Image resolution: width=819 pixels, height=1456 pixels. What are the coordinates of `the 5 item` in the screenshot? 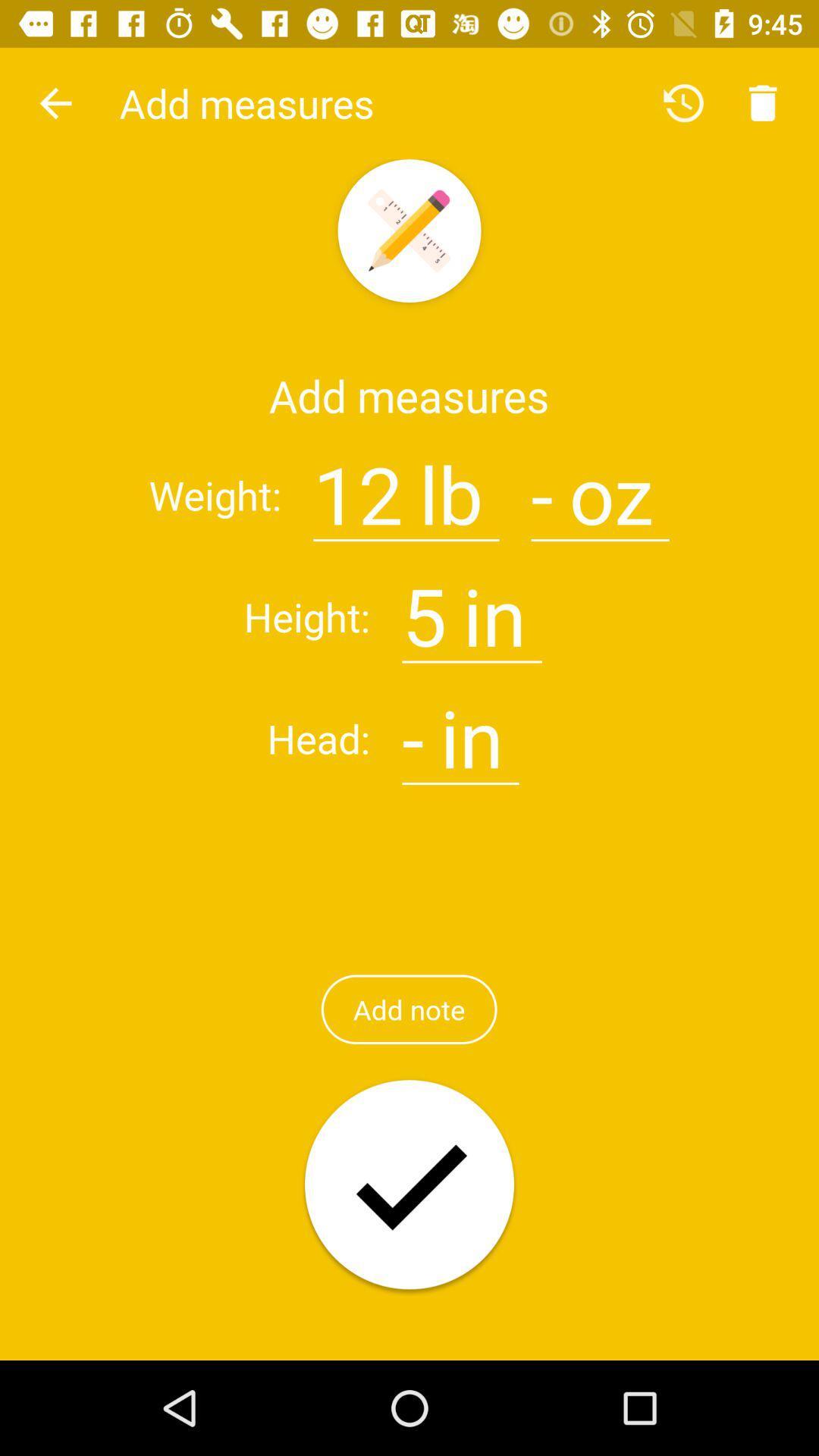 It's located at (424, 607).